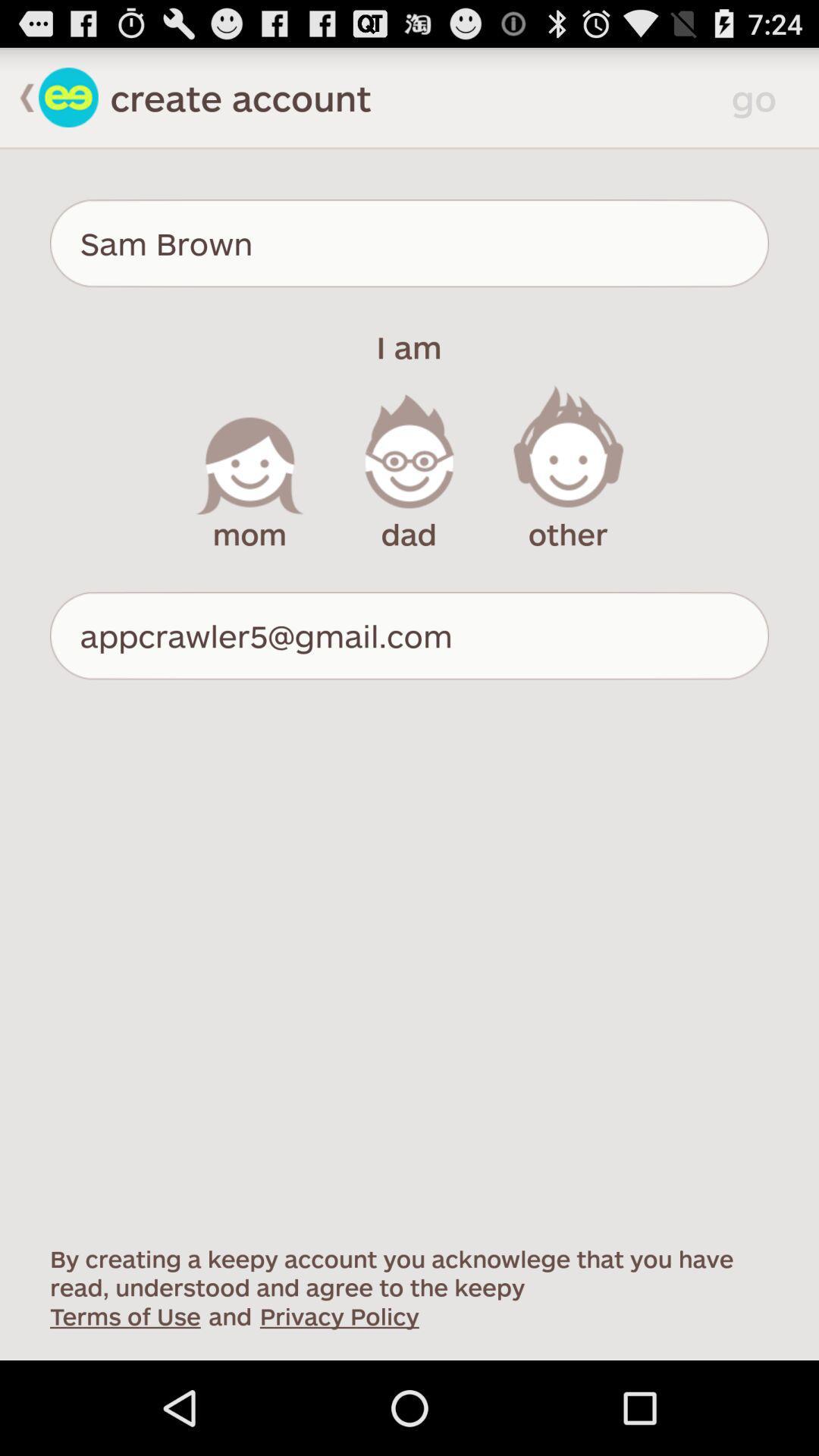 This screenshot has width=819, height=1456. What do you see at coordinates (68, 103) in the screenshot?
I see `the emoji icon` at bounding box center [68, 103].